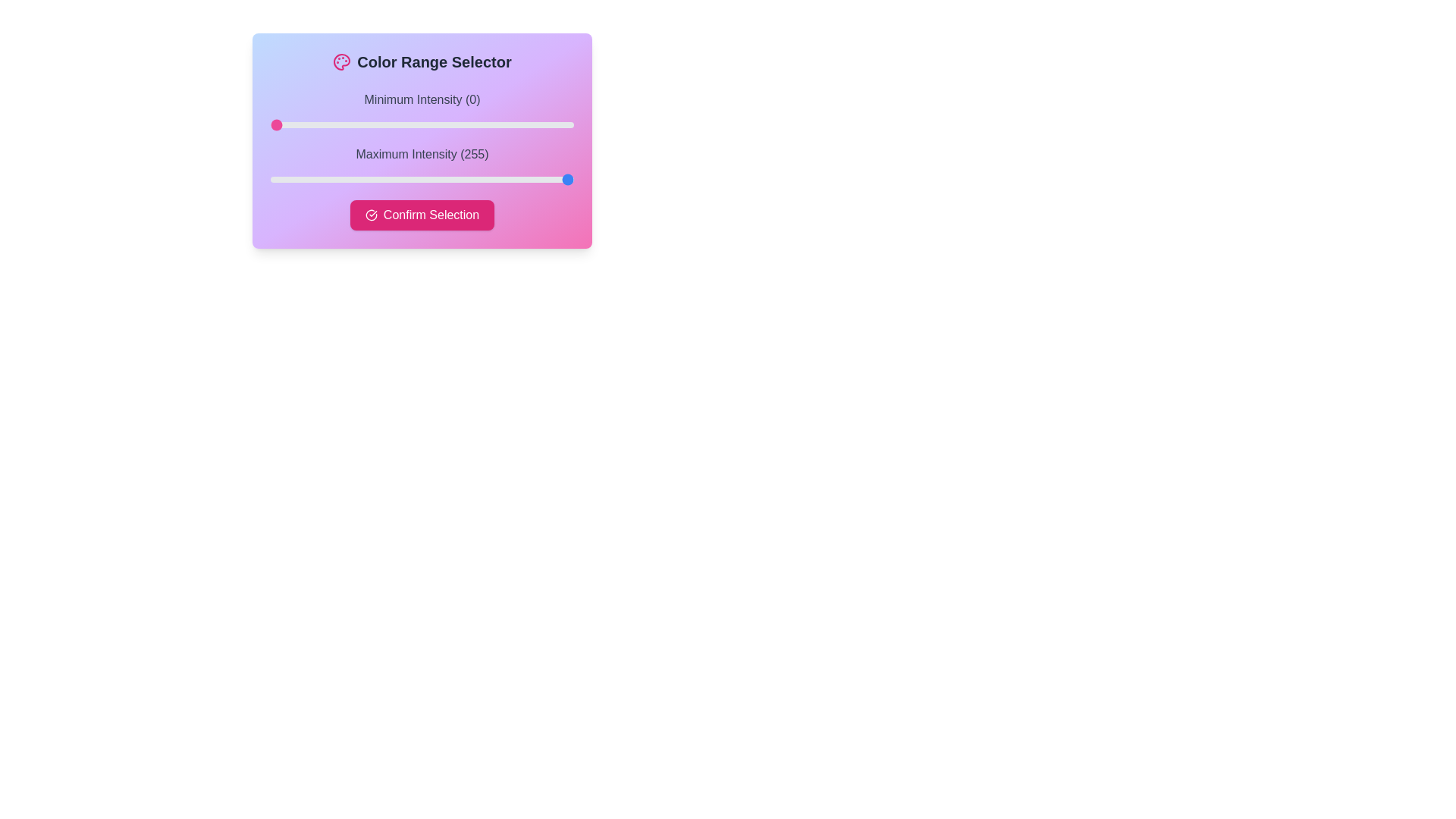  Describe the element at coordinates (314, 124) in the screenshot. I see `the slider to set the intensity to 37` at that location.